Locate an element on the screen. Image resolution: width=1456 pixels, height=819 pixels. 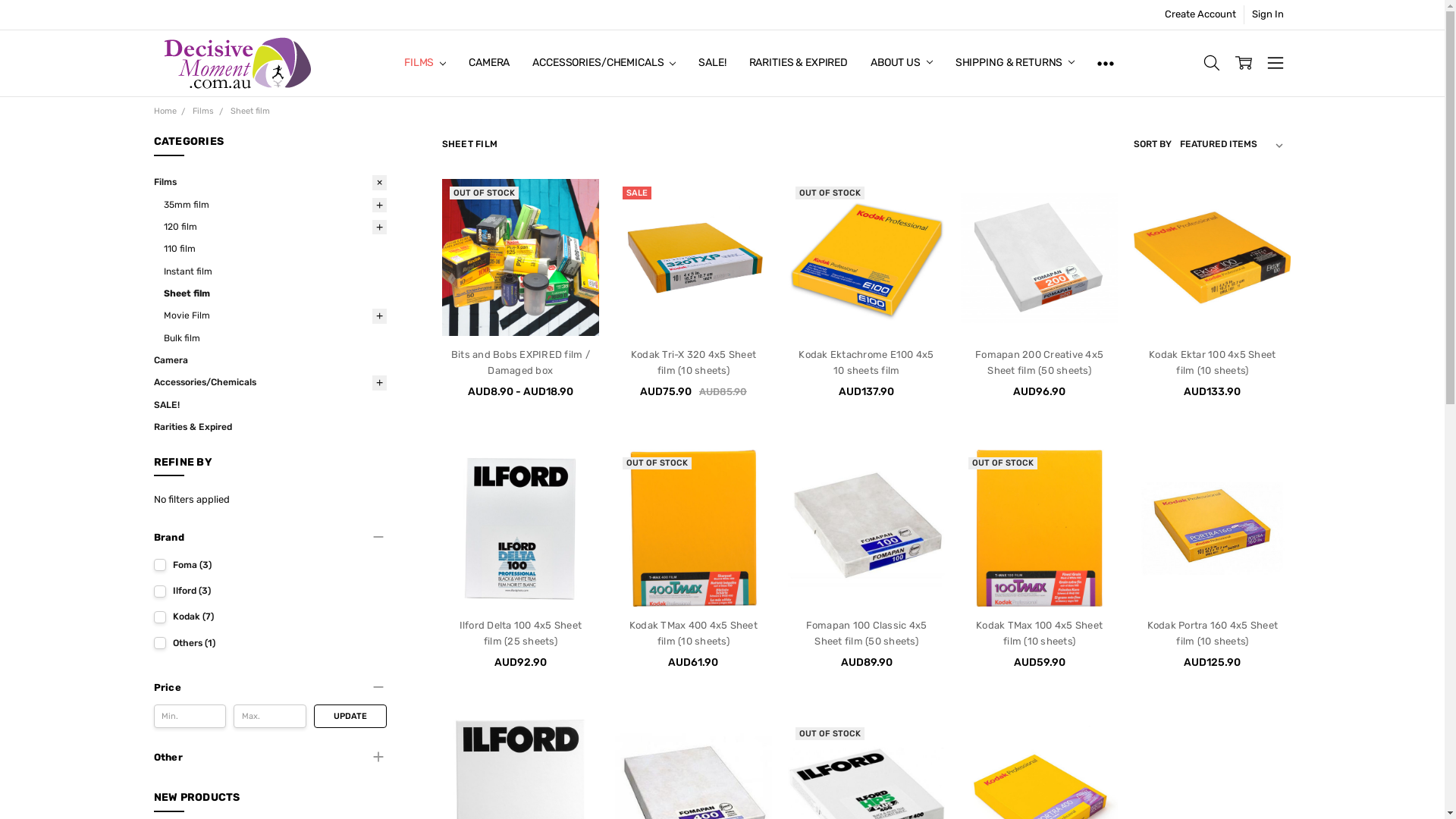
'Fomapan 200 Creative 4x5 Sheet film (50 sheets)' is located at coordinates (1038, 362).